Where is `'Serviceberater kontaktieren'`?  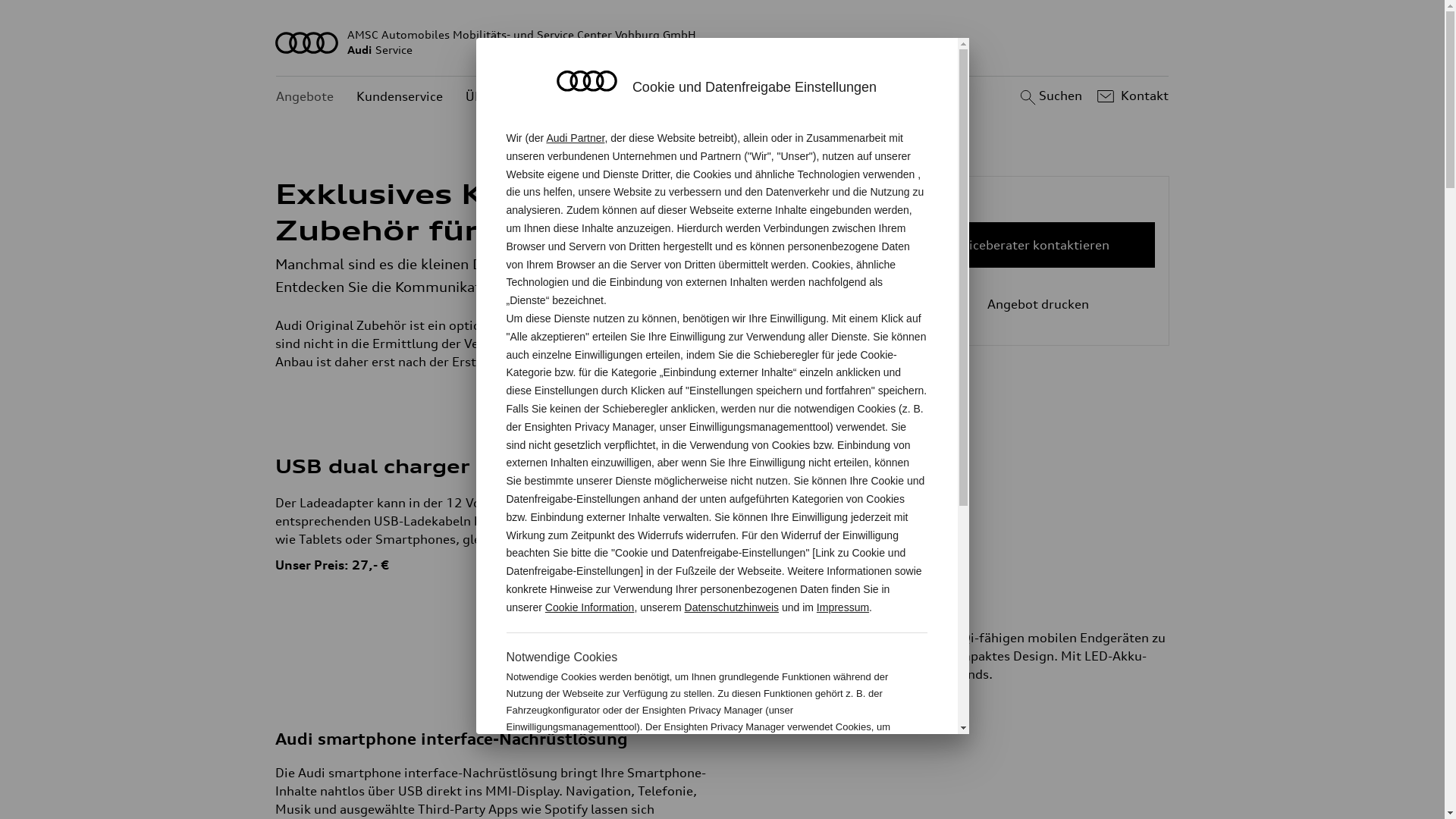
'Serviceberater kontaktieren' is located at coordinates (1026, 244).